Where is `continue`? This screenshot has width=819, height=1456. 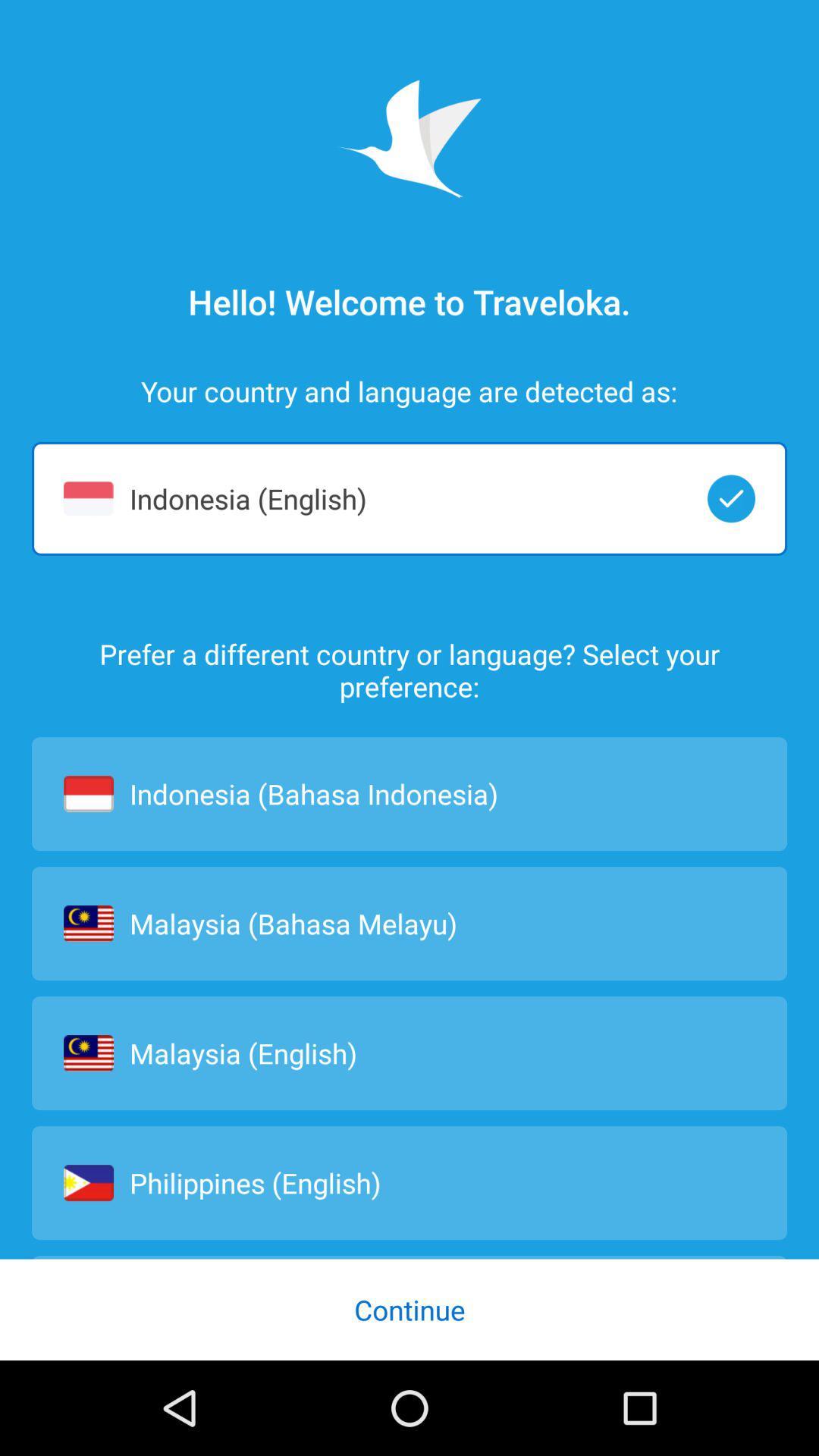
continue is located at coordinates (409, 1309).